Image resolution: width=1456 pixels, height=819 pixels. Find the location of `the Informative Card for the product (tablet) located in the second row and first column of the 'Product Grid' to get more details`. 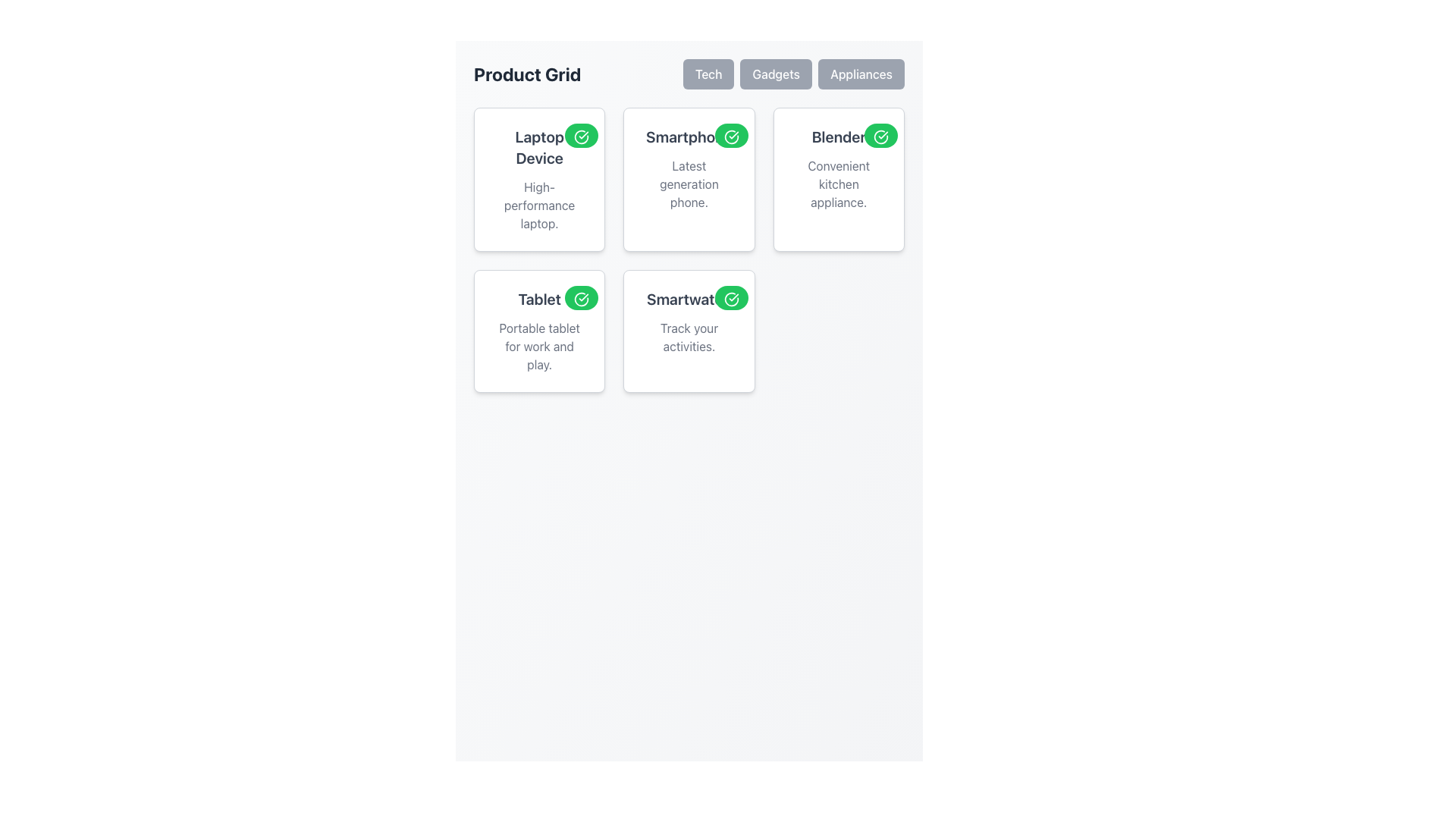

the Informative Card for the product (tablet) located in the second row and first column of the 'Product Grid' to get more details is located at coordinates (539, 330).